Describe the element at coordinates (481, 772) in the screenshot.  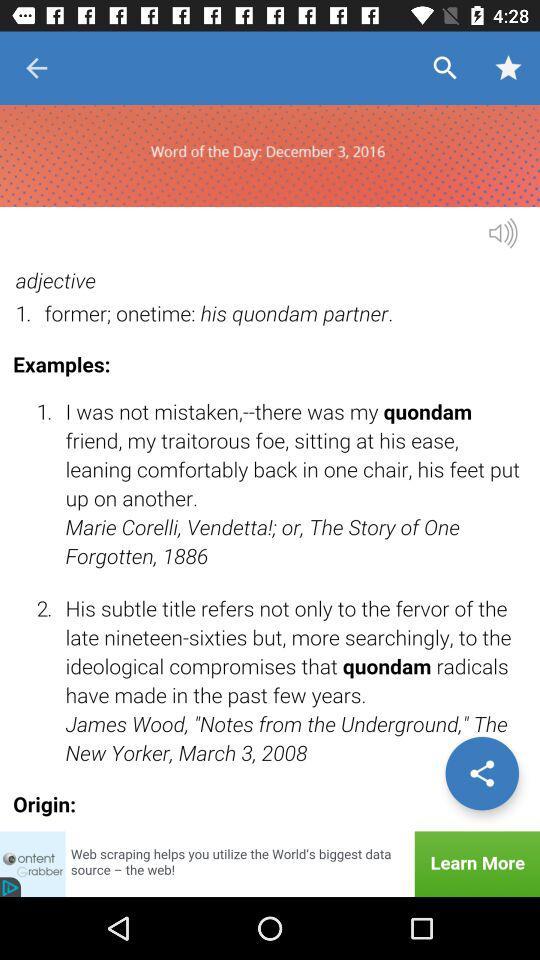
I see `the share icon` at that location.